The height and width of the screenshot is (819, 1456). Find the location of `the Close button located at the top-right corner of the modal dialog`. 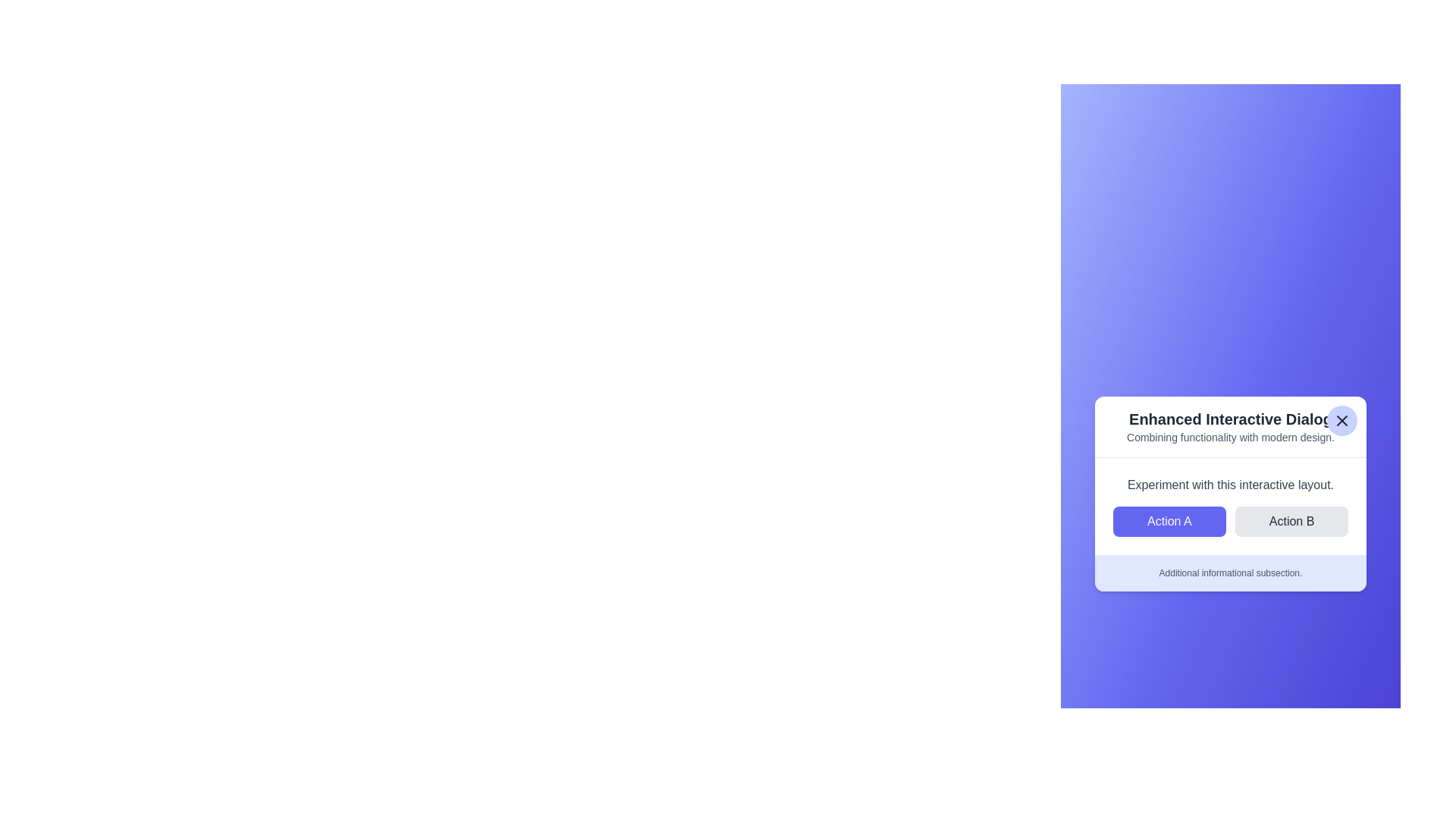

the Close button located at the top-right corner of the modal dialog is located at coordinates (1342, 420).